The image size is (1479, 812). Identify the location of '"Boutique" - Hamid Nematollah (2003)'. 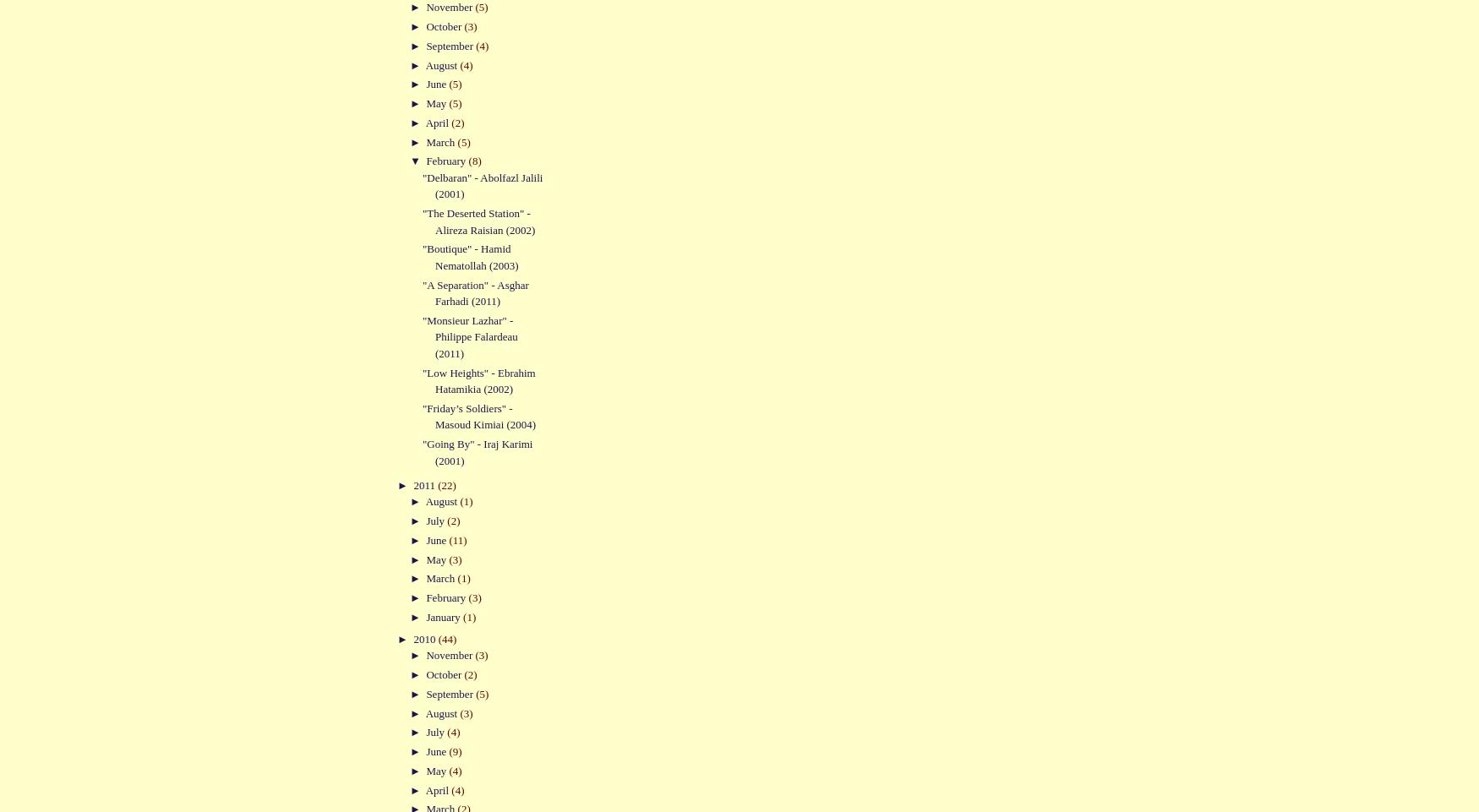
(469, 256).